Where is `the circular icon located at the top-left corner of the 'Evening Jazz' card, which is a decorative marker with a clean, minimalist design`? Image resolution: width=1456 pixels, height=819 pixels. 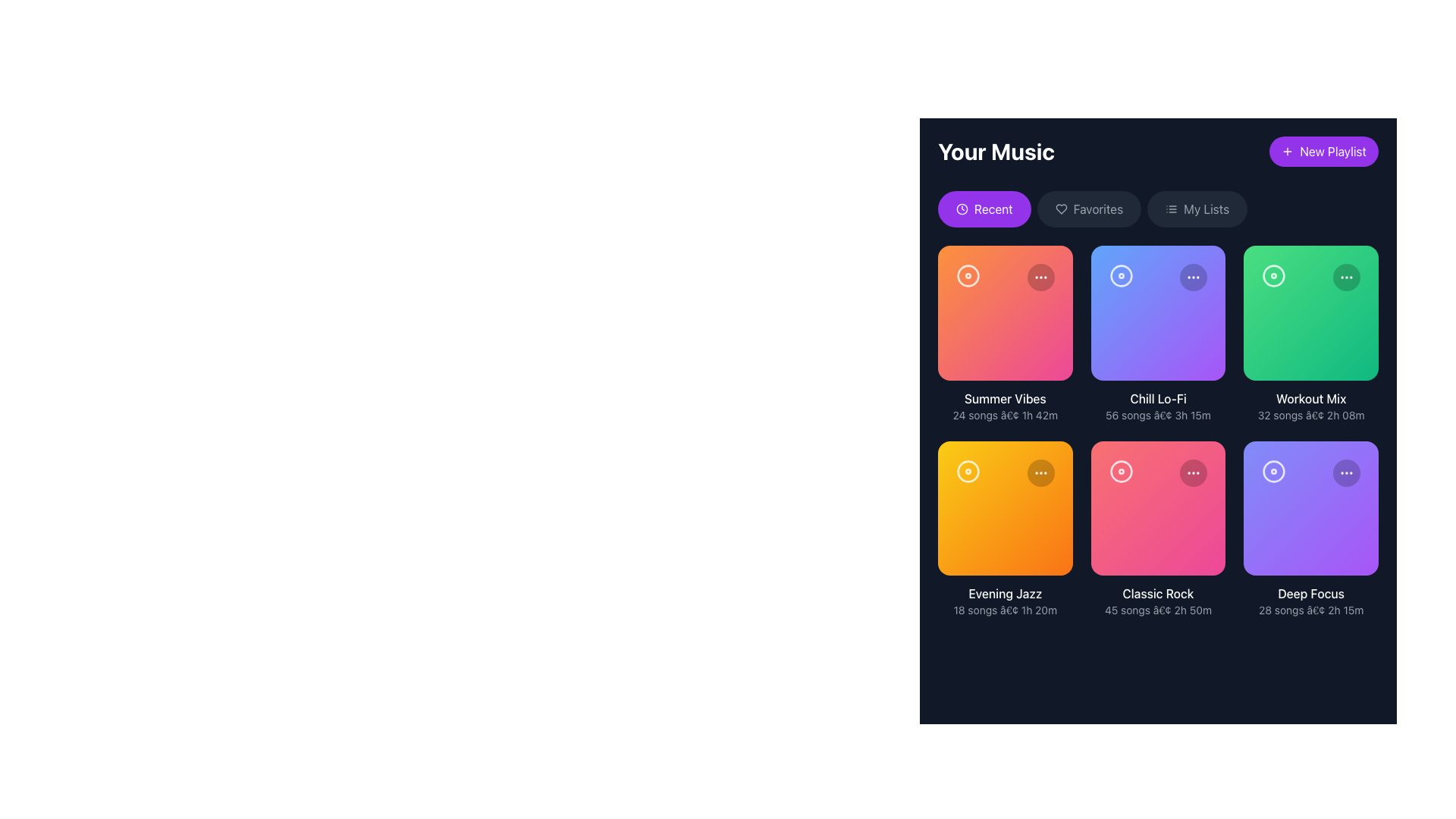 the circular icon located at the top-left corner of the 'Evening Jazz' card, which is a decorative marker with a clean, minimalist design is located at coordinates (967, 470).